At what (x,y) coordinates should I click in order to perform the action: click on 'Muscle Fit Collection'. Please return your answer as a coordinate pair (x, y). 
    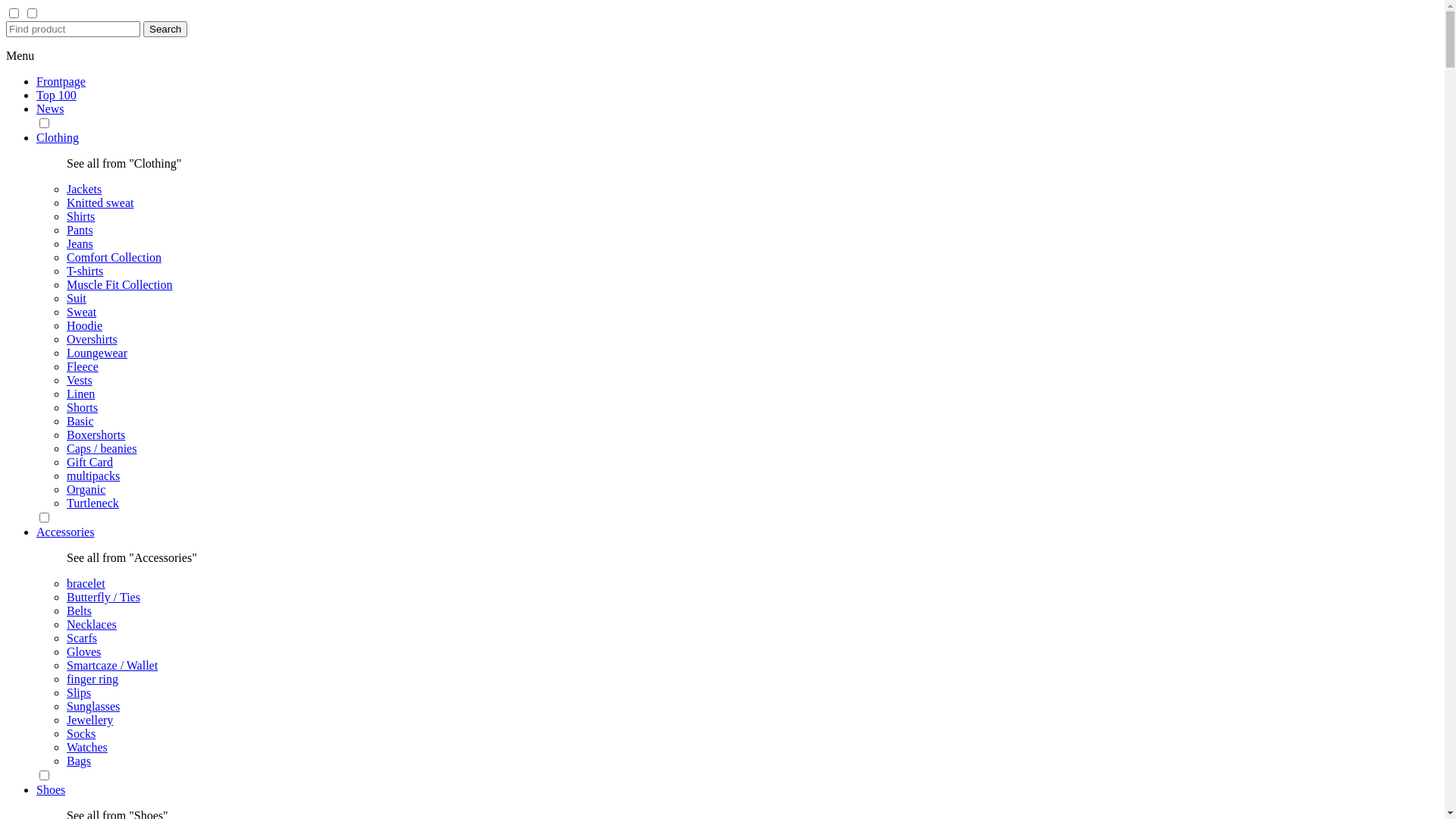
    Looking at the image, I should click on (119, 284).